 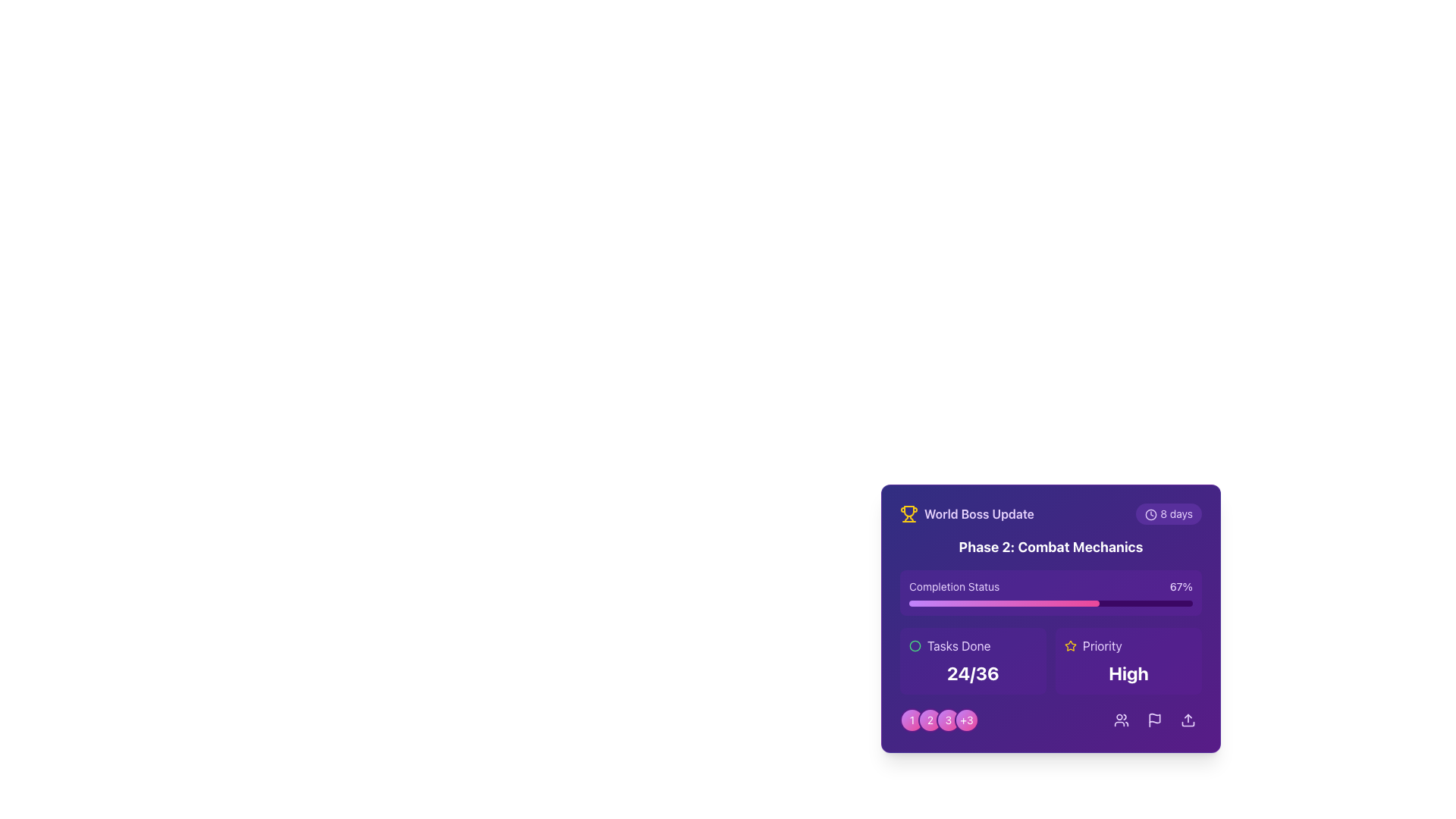 What do you see at coordinates (912, 719) in the screenshot?
I see `the first circular label icon located at the bottom-left part of the interface, which serves as an identifier for a specific item, state, or category` at bounding box center [912, 719].